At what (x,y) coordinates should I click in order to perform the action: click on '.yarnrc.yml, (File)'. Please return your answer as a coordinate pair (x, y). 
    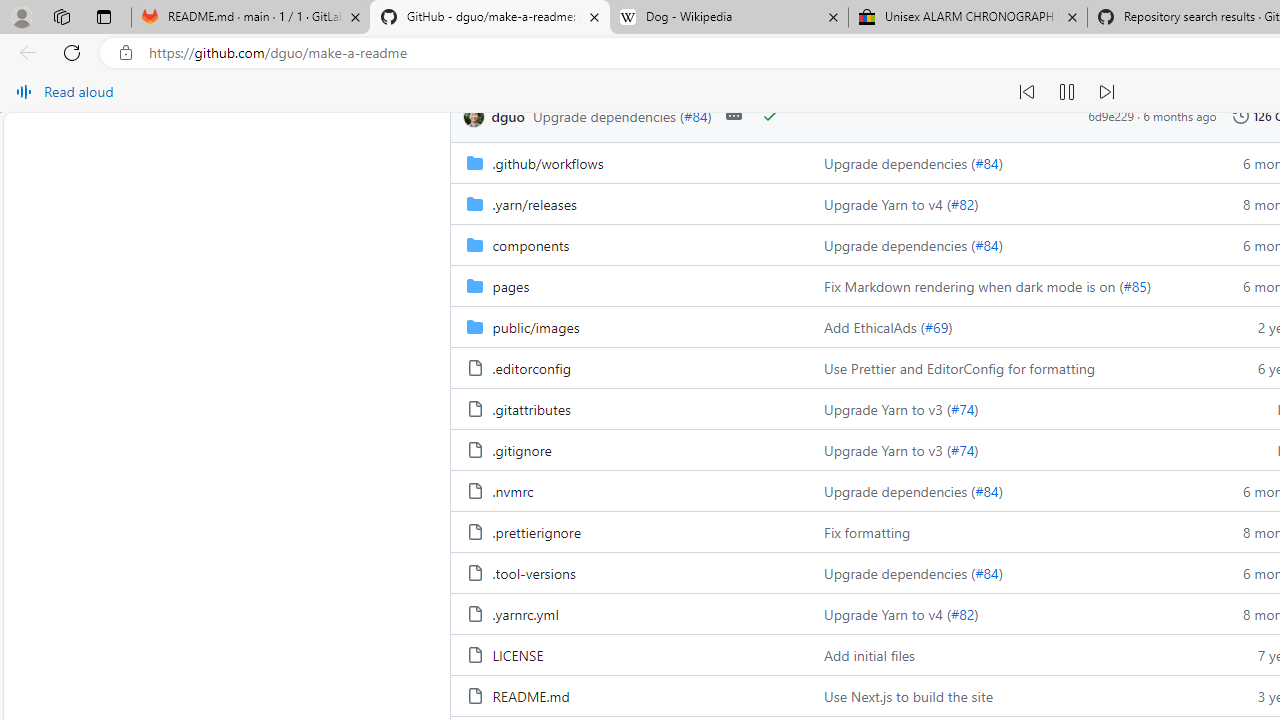
    Looking at the image, I should click on (525, 613).